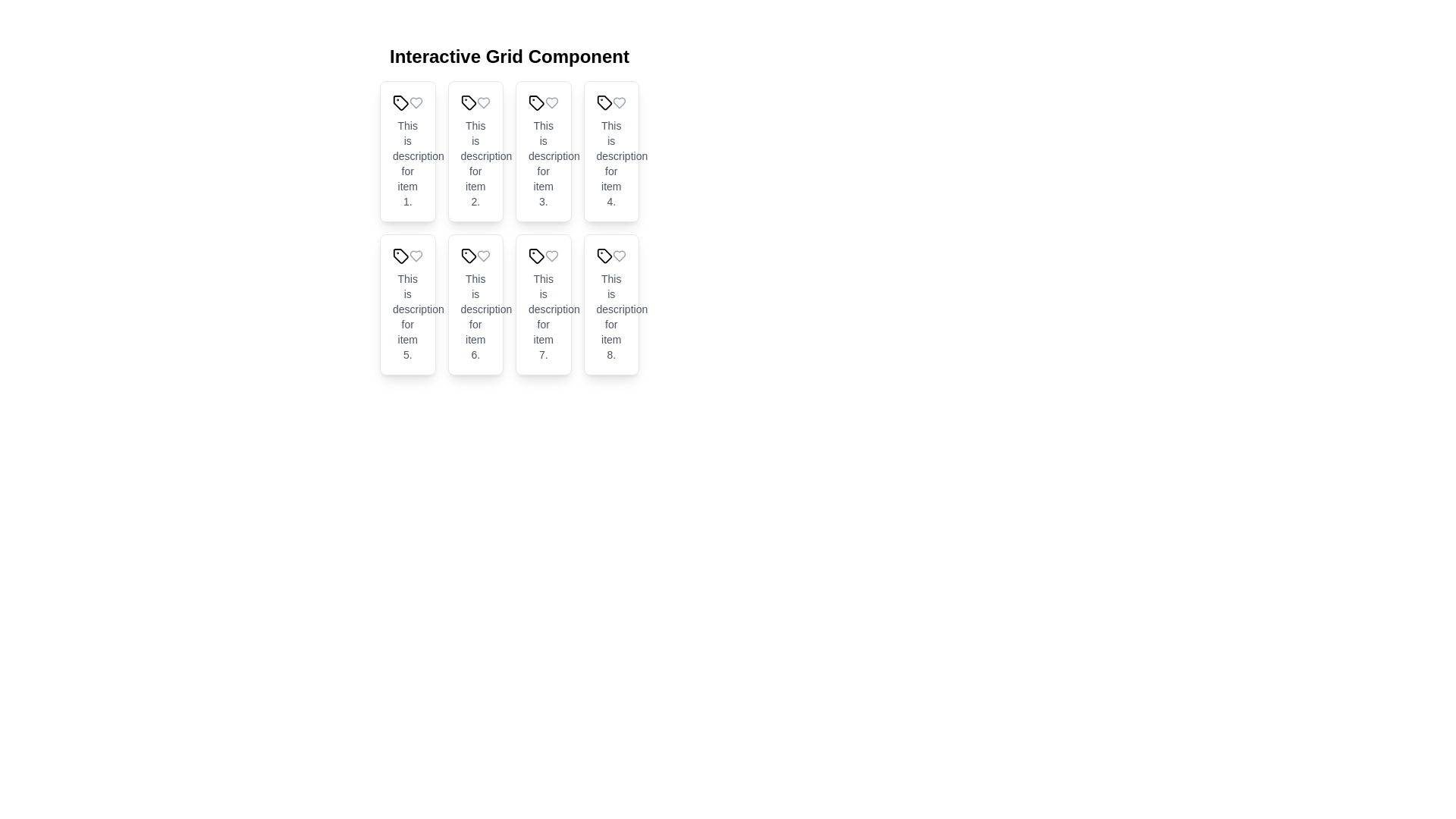 This screenshot has height=819, width=1456. I want to click on the heart icon of the decorative element combining two SVG icons, which serves as a visual identifier for the card, located at the top section of the first card in the grid layout, so click(407, 102).